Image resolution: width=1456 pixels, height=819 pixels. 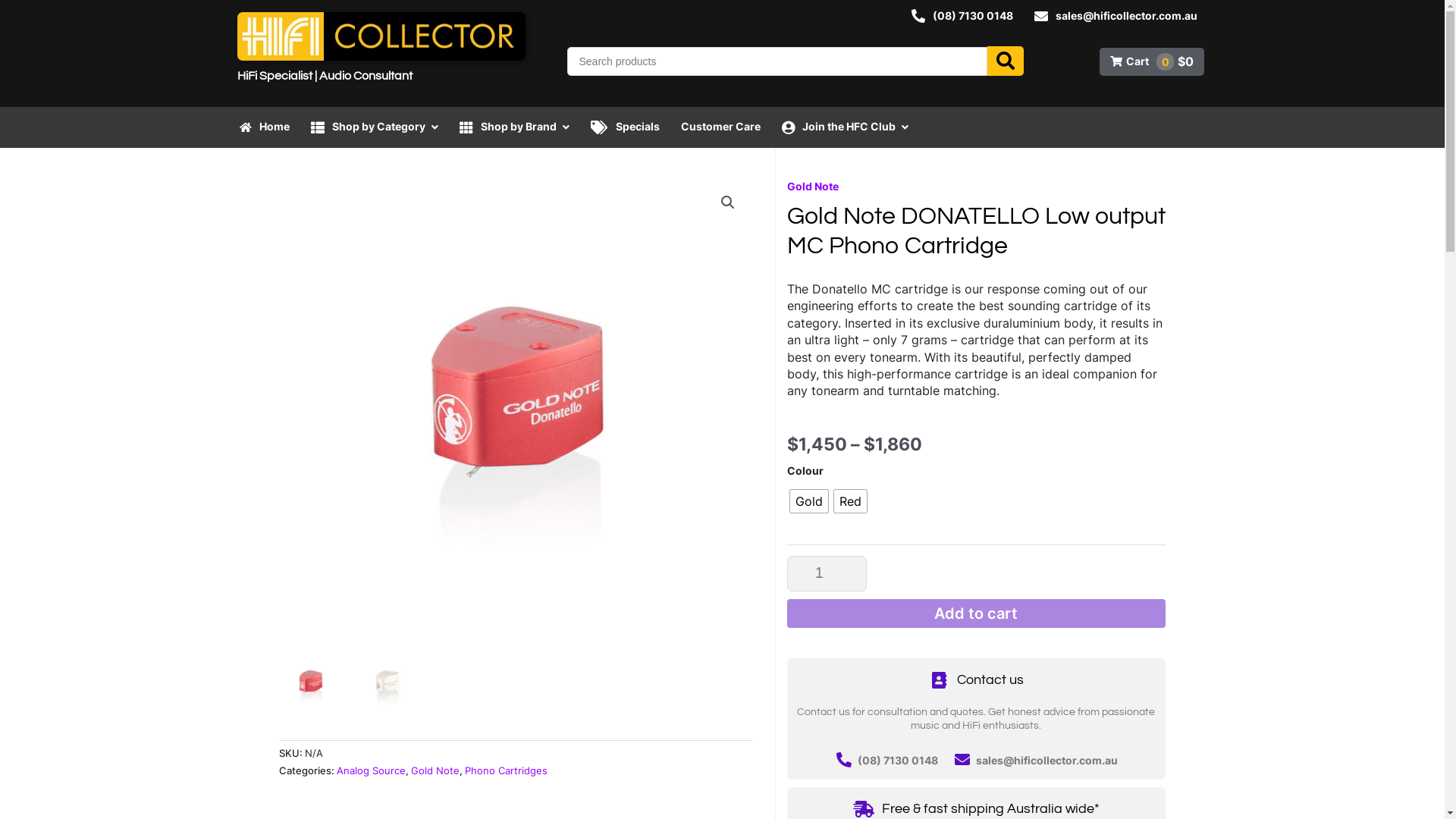 I want to click on 'sales@hificollector.com.au', so click(x=1116, y=15).